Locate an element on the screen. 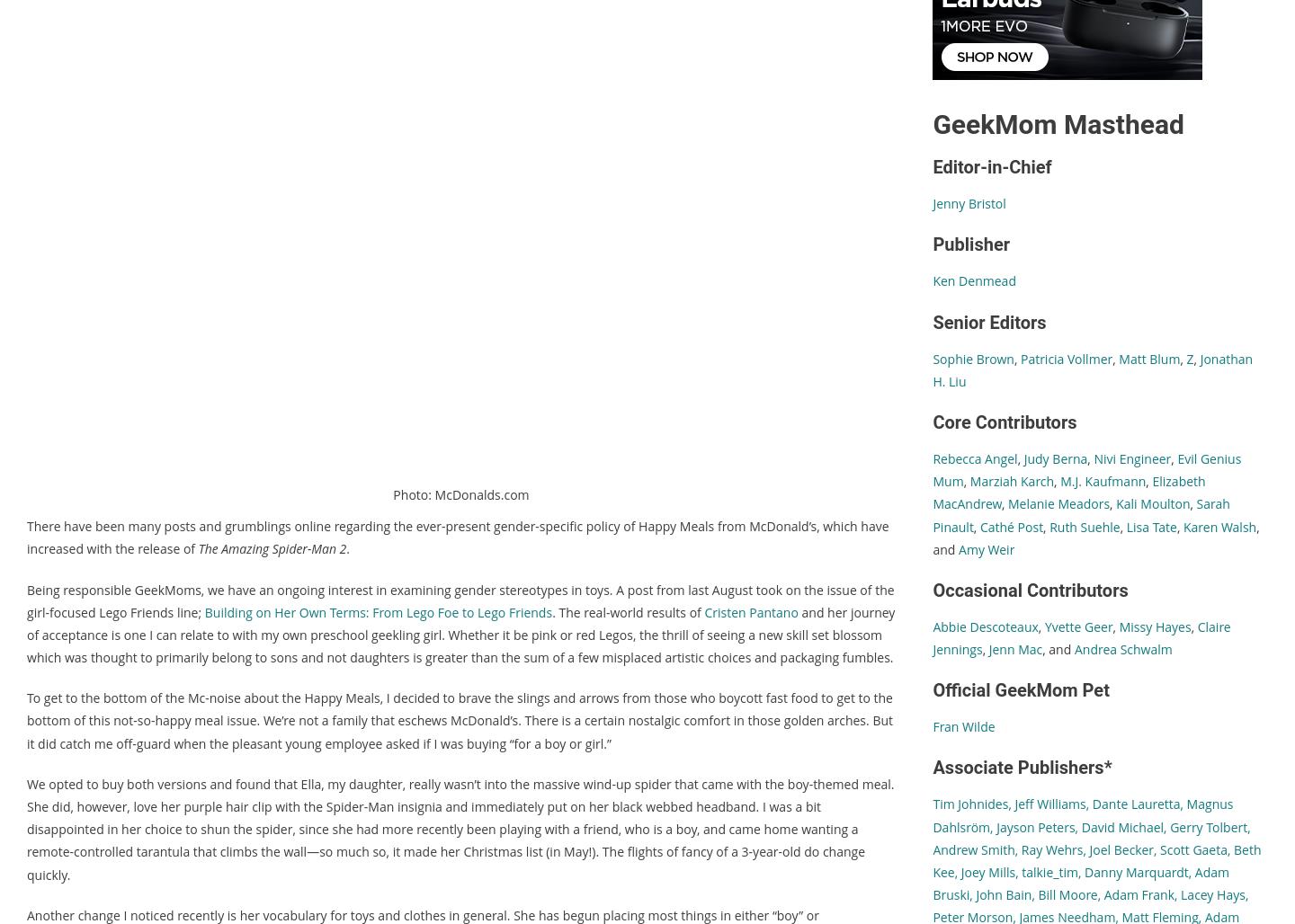 The width and height of the screenshot is (1295, 924). 'Claire Jennings' is located at coordinates (1080, 636).